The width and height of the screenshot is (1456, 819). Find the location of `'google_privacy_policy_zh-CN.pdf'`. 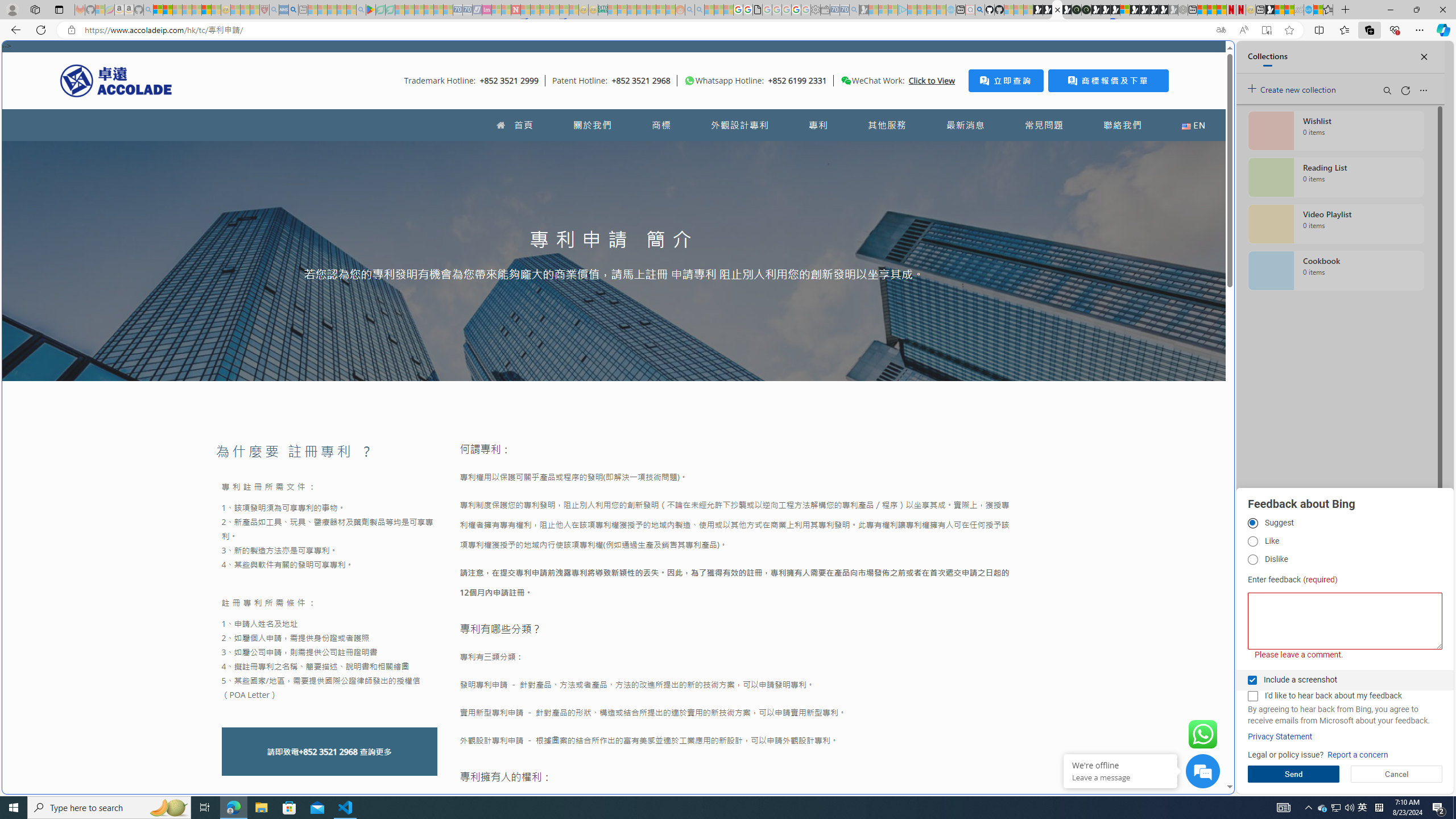

'google_privacy_policy_zh-CN.pdf' is located at coordinates (758, 9).